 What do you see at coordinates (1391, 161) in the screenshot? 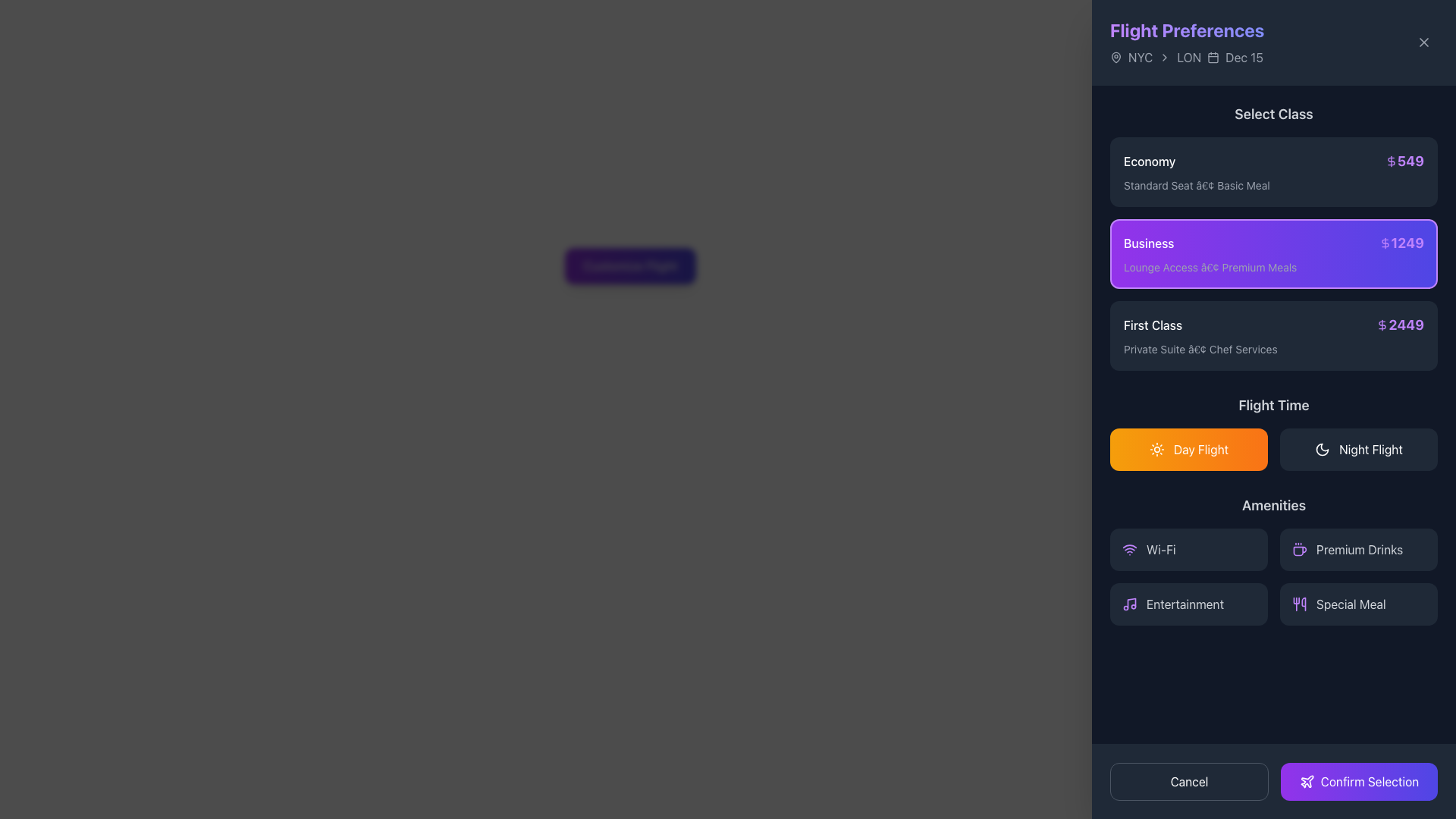
I see `the distinct dollar sign icon with purple strokes located in the 'Select Class' section, positioned just before the price '549'` at bounding box center [1391, 161].